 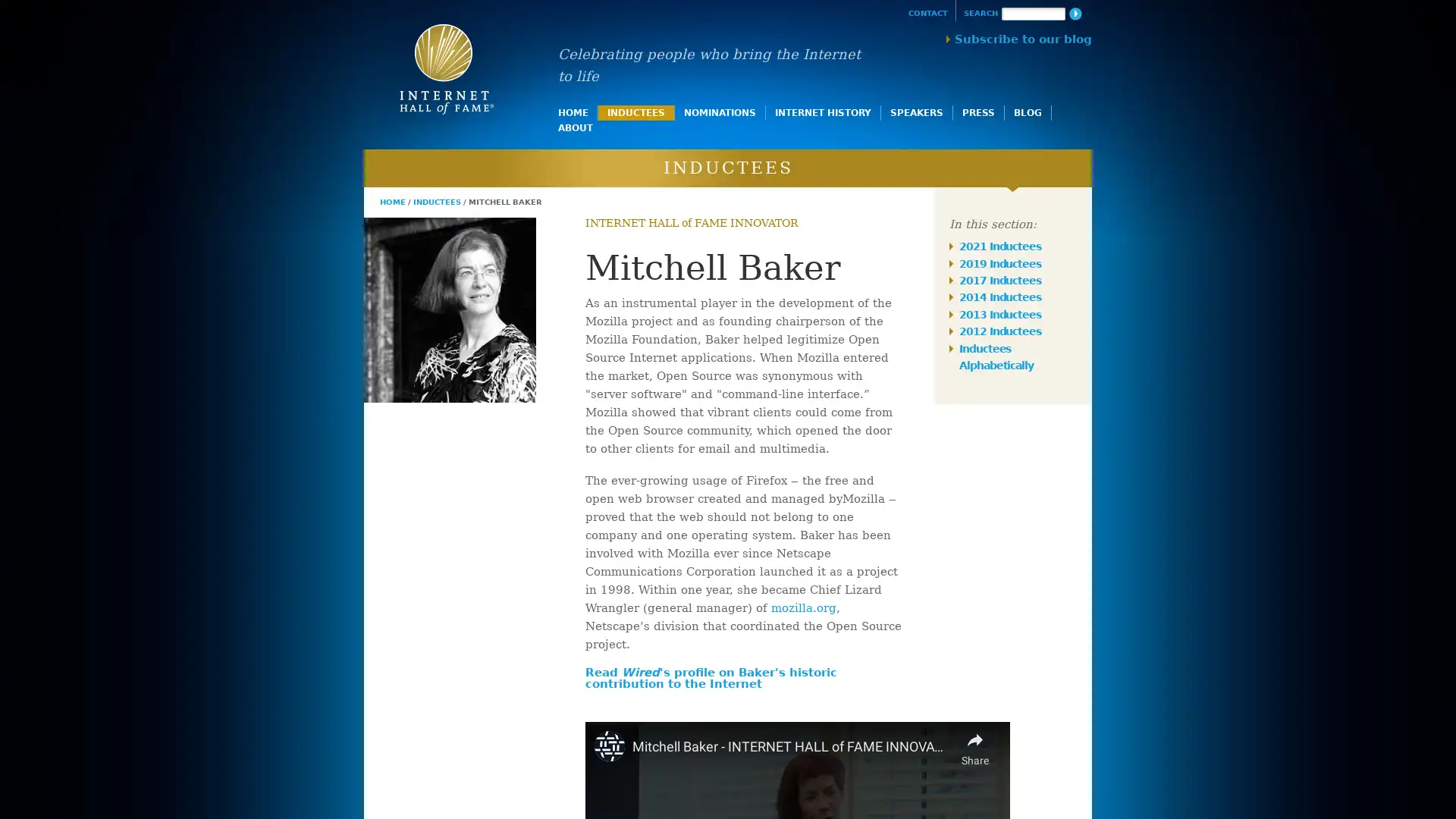 I want to click on Search, so click(x=1074, y=14).